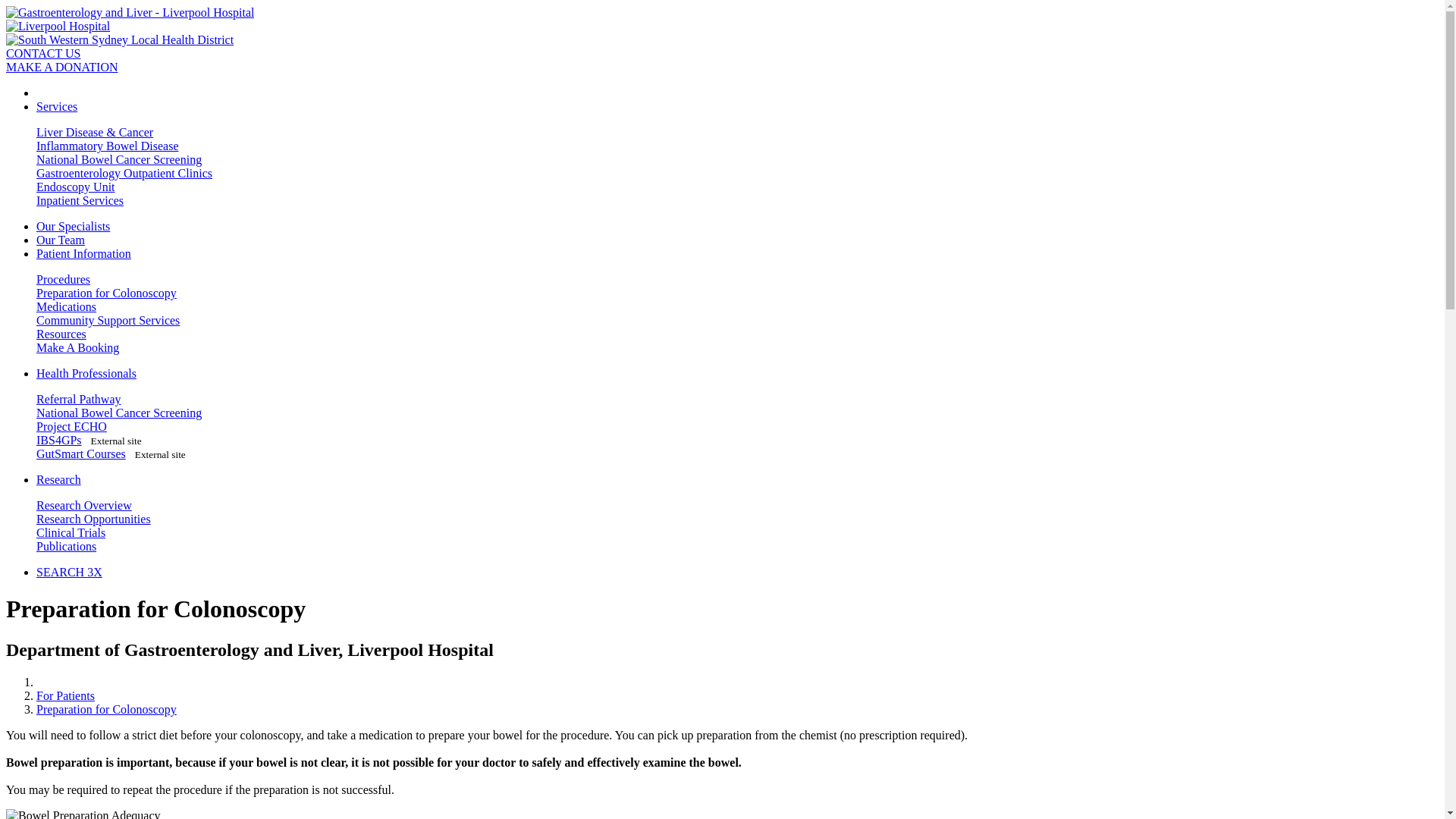  What do you see at coordinates (36, 131) in the screenshot?
I see `'Liver Disease & Cancer'` at bounding box center [36, 131].